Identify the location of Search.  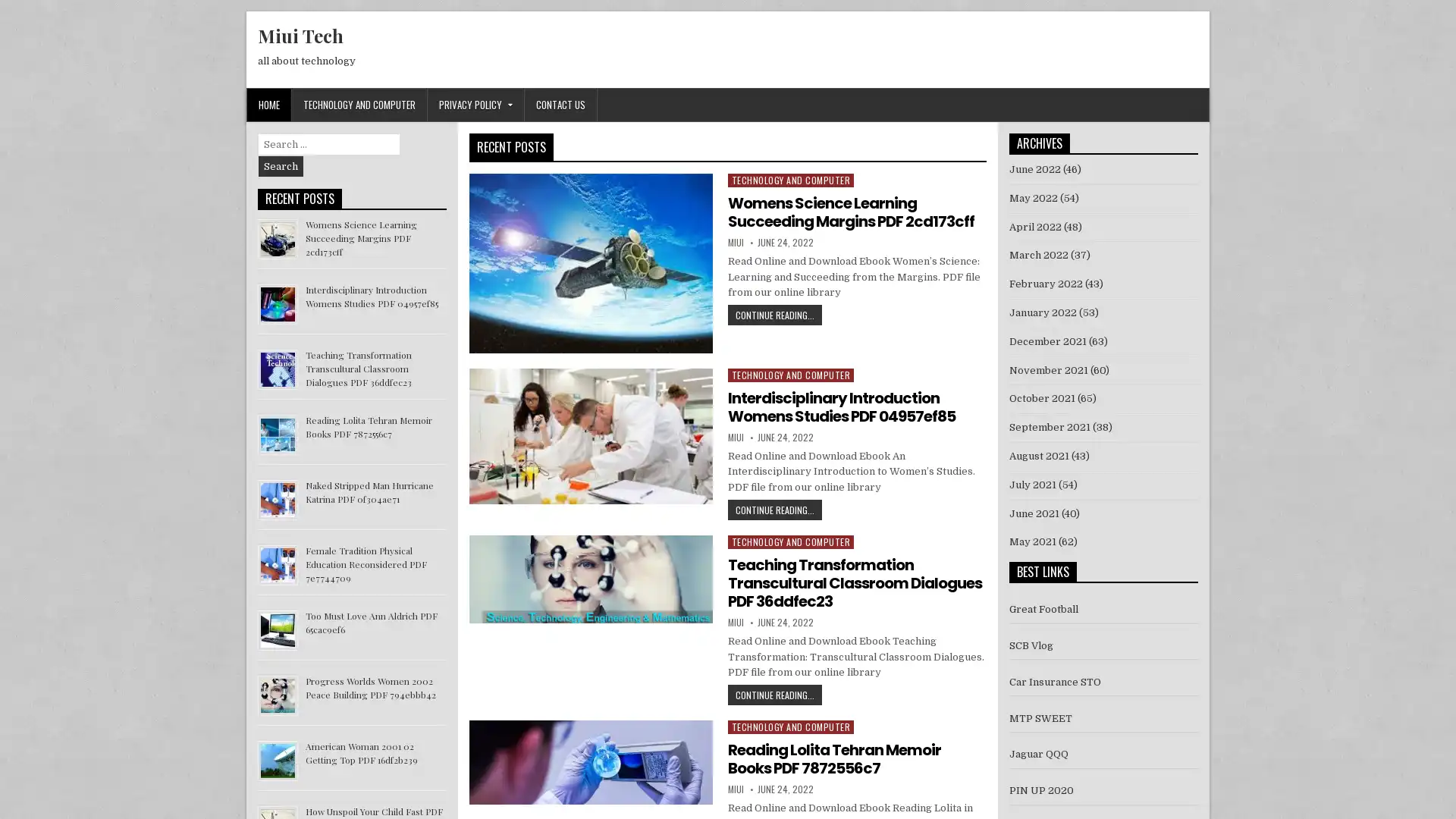
(281, 166).